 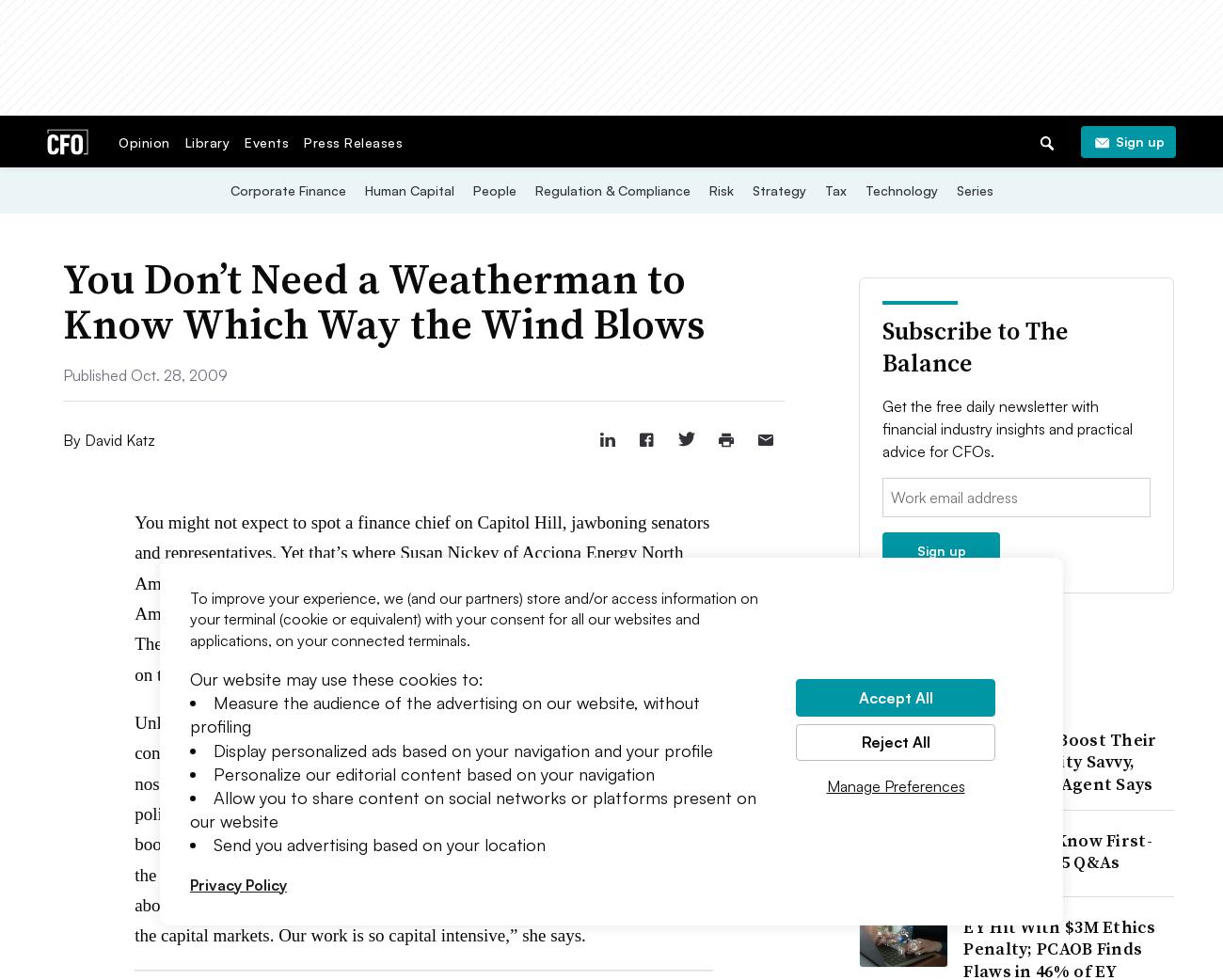 What do you see at coordinates (266, 141) in the screenshot?
I see `'Events'` at bounding box center [266, 141].